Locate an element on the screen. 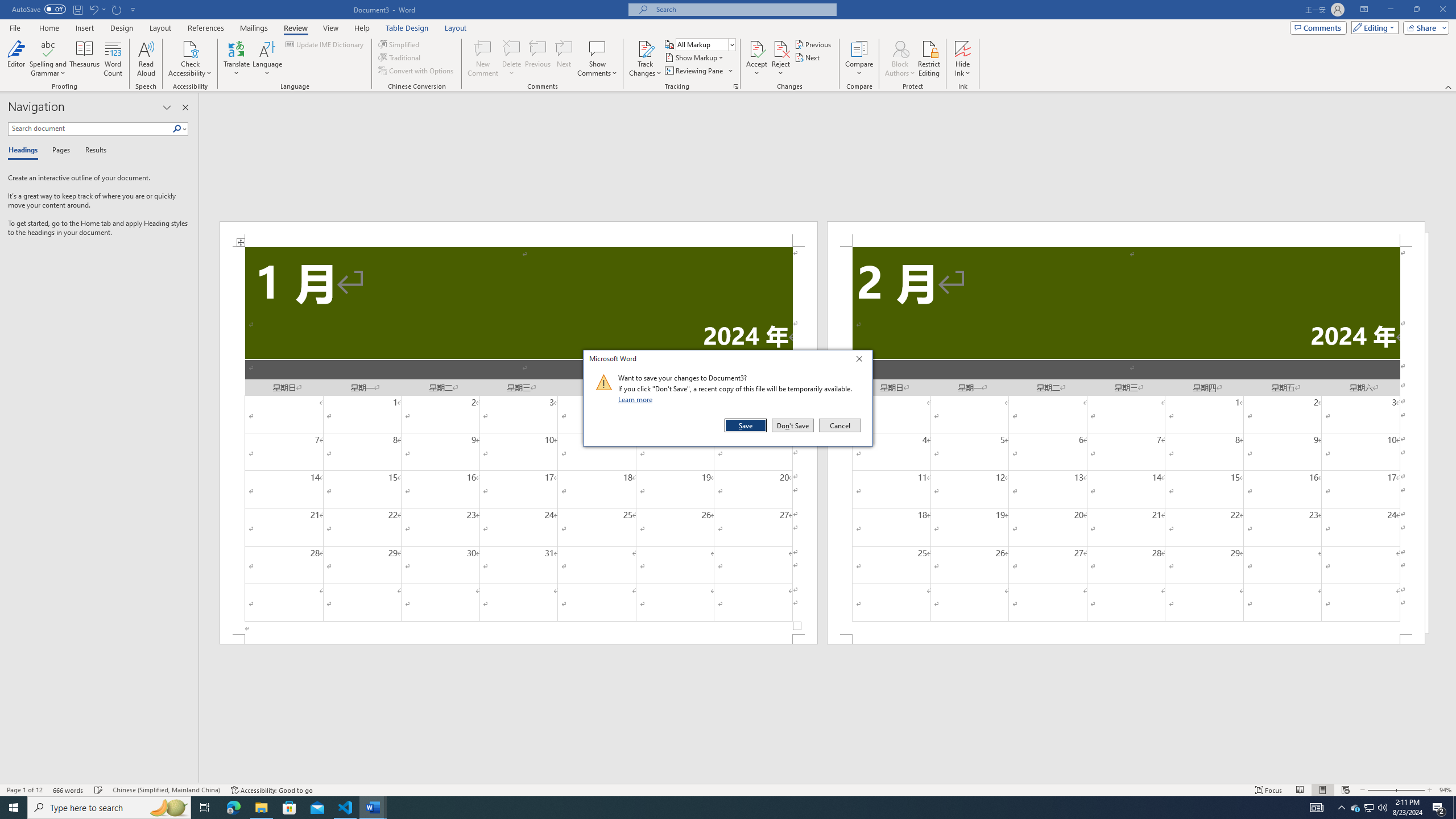 This screenshot has height=819, width=1456. 'Convert with Options...' is located at coordinates (417, 69).